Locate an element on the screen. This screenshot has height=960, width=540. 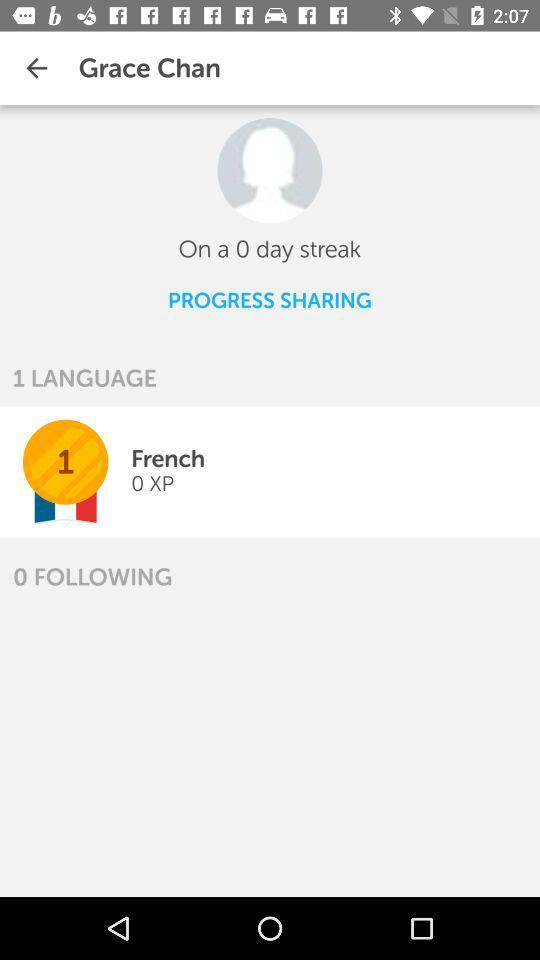
icon below the 1 icon is located at coordinates (91, 577).